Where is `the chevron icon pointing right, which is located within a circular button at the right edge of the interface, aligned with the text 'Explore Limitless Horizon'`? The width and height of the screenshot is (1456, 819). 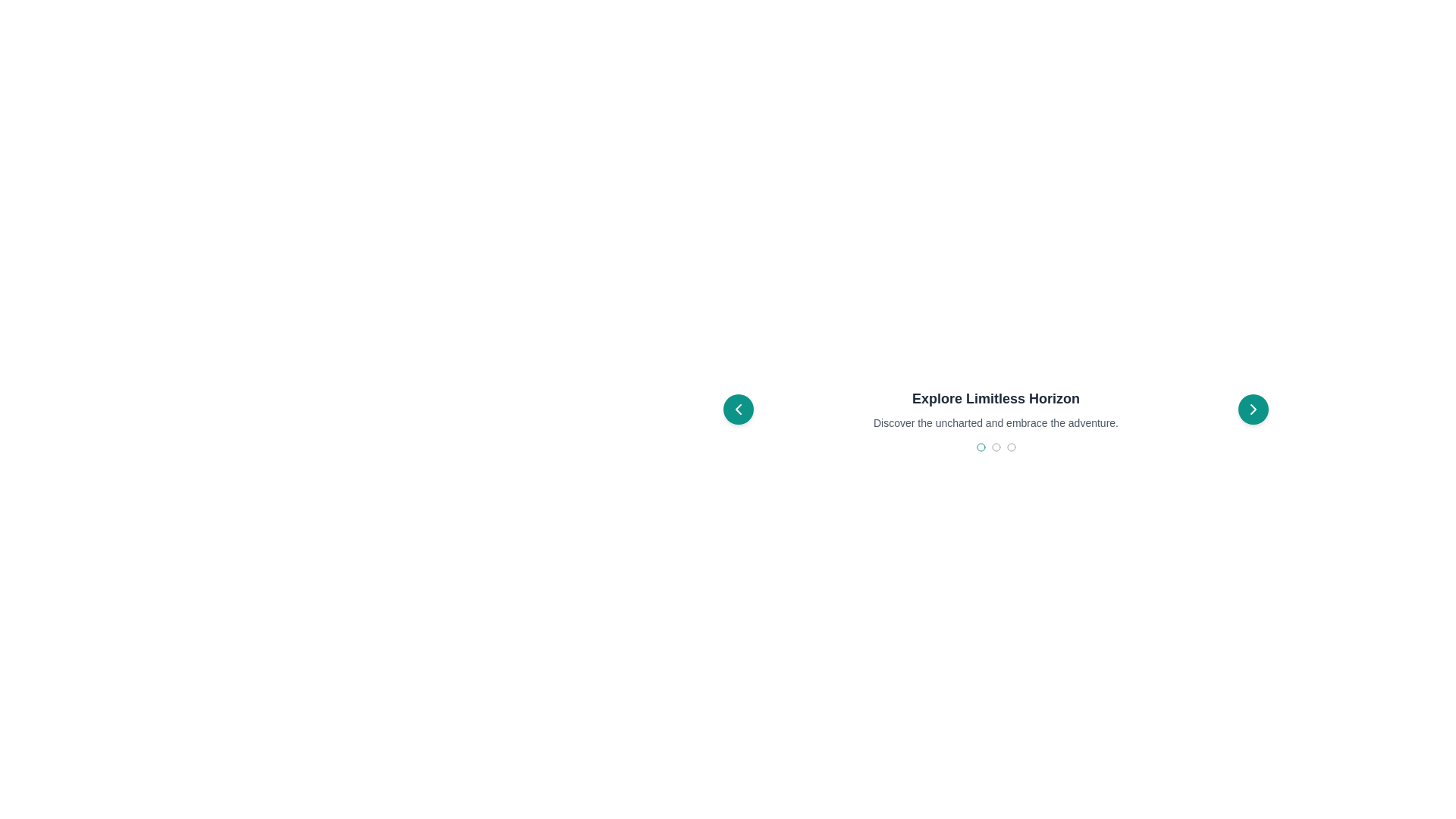 the chevron icon pointing right, which is located within a circular button at the right edge of the interface, aligned with the text 'Explore Limitless Horizon' is located at coordinates (1254, 409).